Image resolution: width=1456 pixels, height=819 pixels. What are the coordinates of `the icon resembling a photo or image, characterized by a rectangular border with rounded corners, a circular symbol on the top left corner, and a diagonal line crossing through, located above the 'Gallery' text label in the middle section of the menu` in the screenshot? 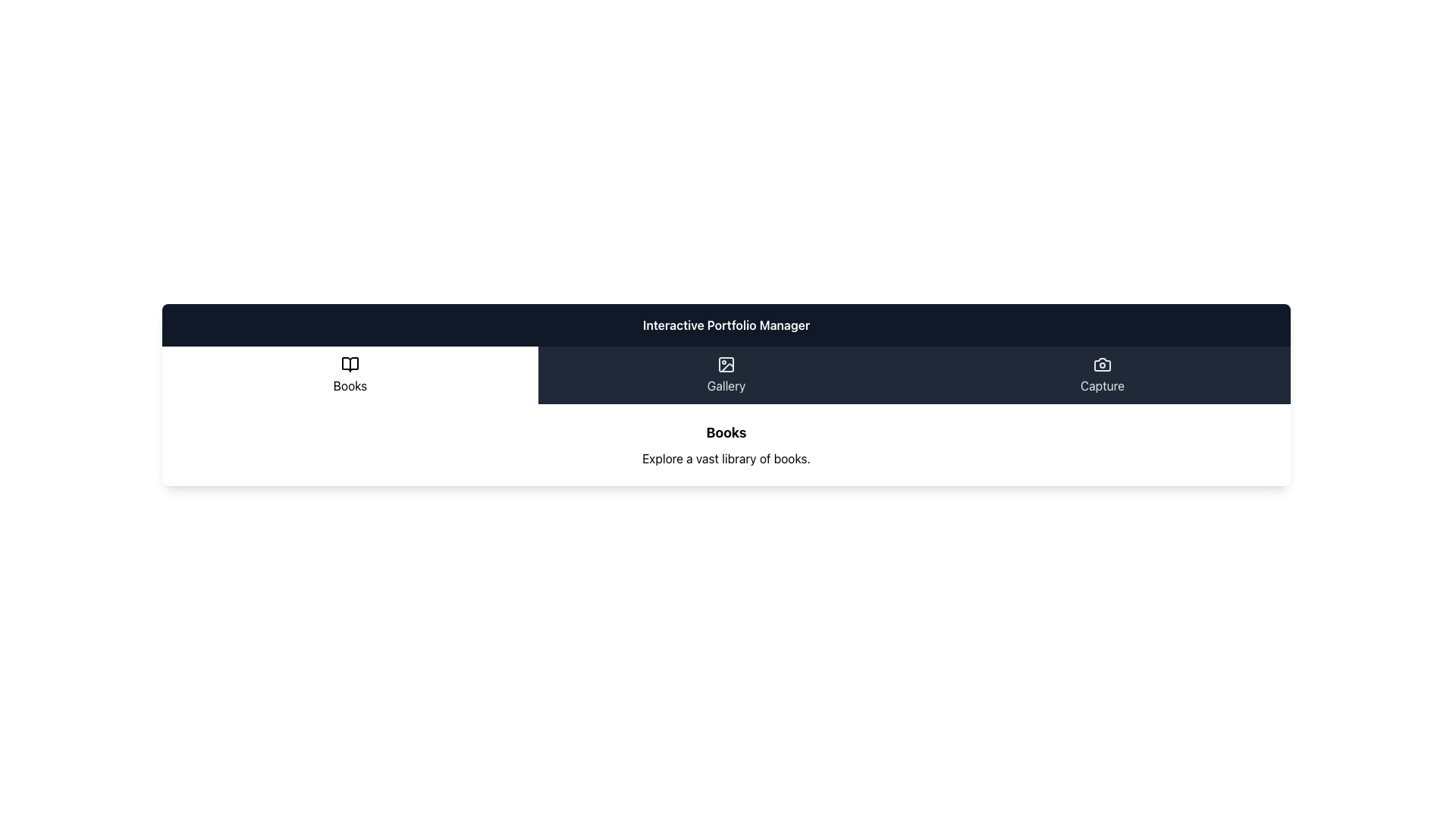 It's located at (726, 365).